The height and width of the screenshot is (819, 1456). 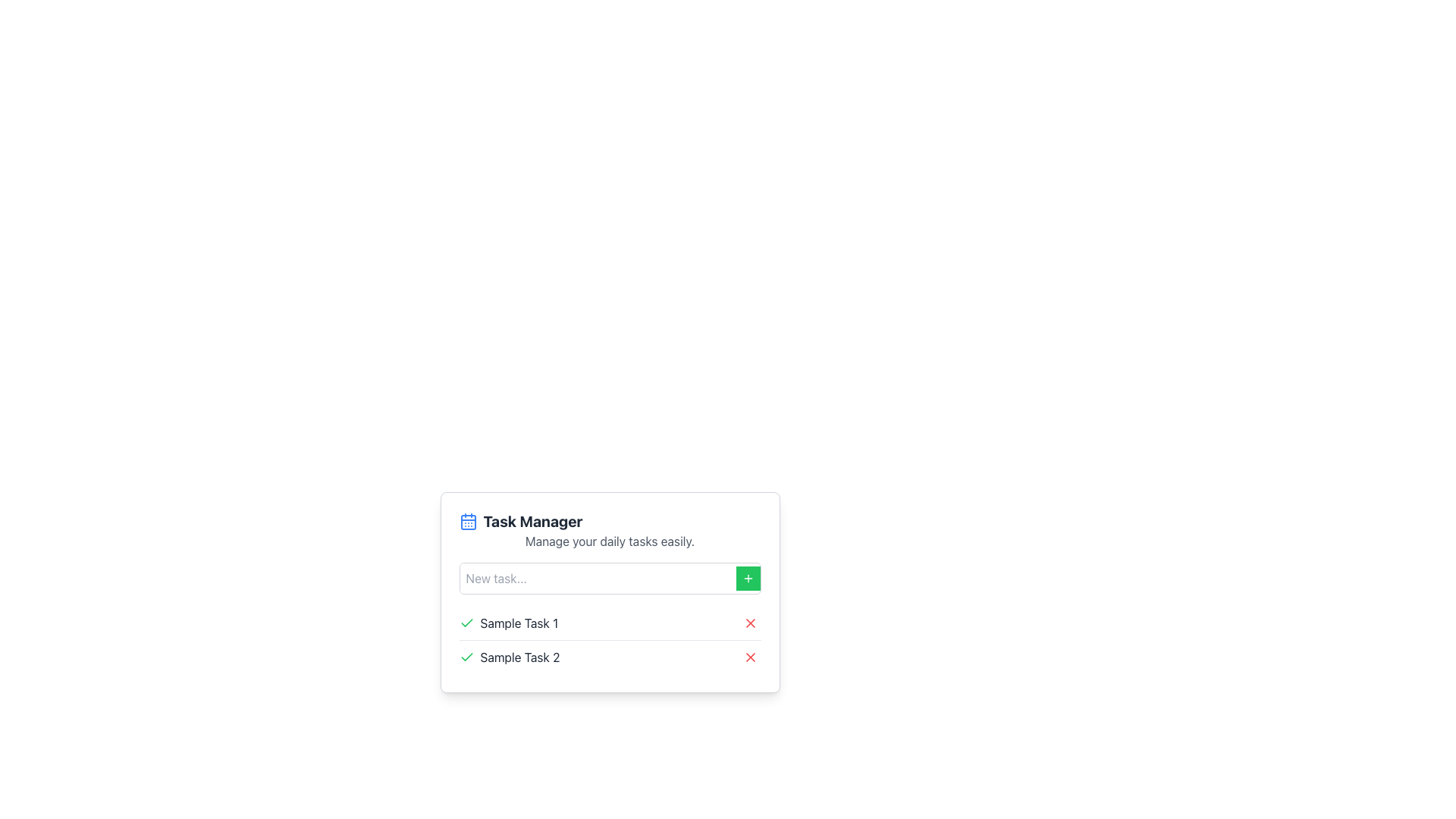 I want to click on the text label 'Sample Task 1' in the task management interface, which identifies the first task entry in the list, so click(x=508, y=623).